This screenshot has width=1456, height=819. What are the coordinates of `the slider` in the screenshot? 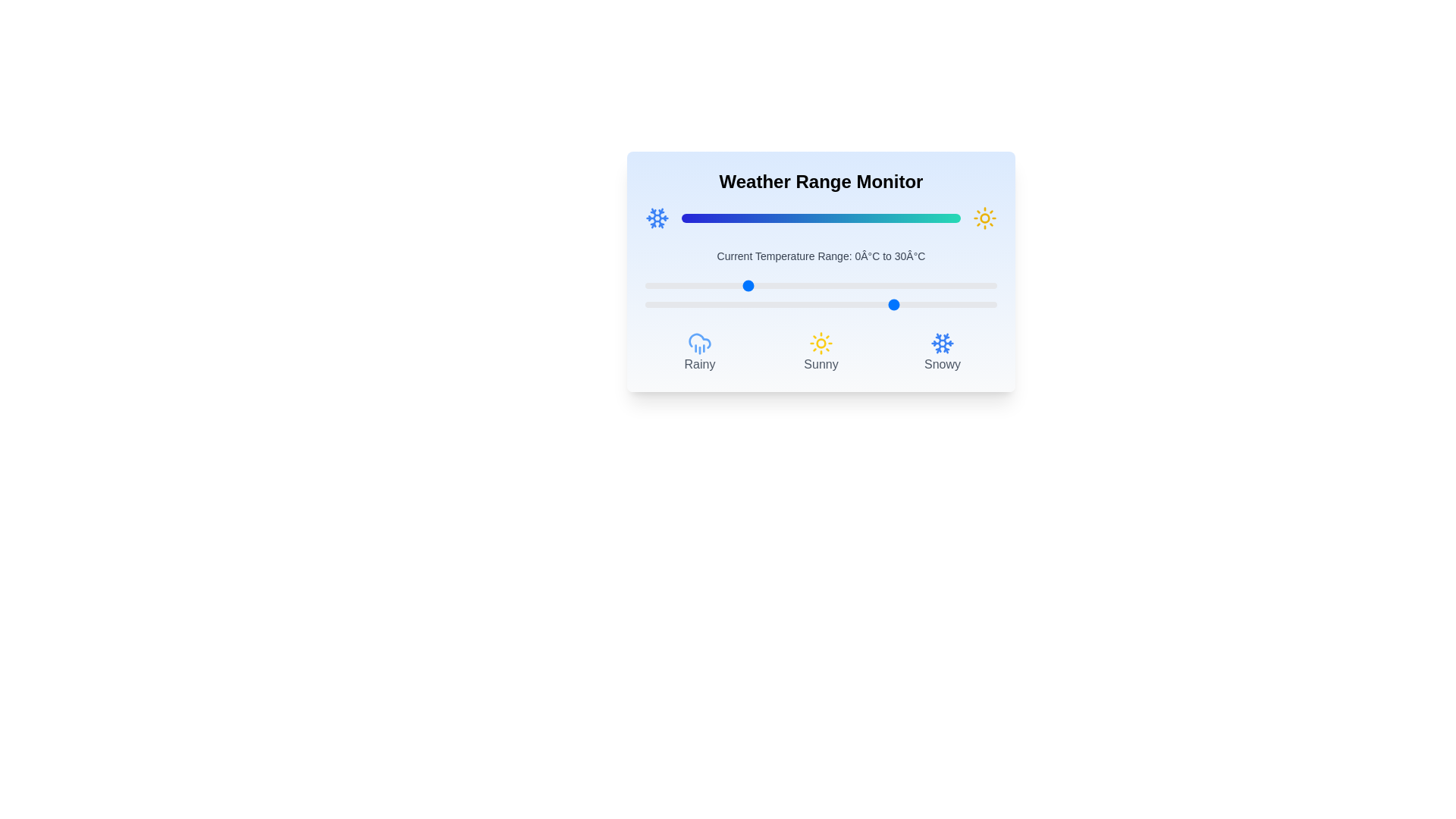 It's located at (660, 286).